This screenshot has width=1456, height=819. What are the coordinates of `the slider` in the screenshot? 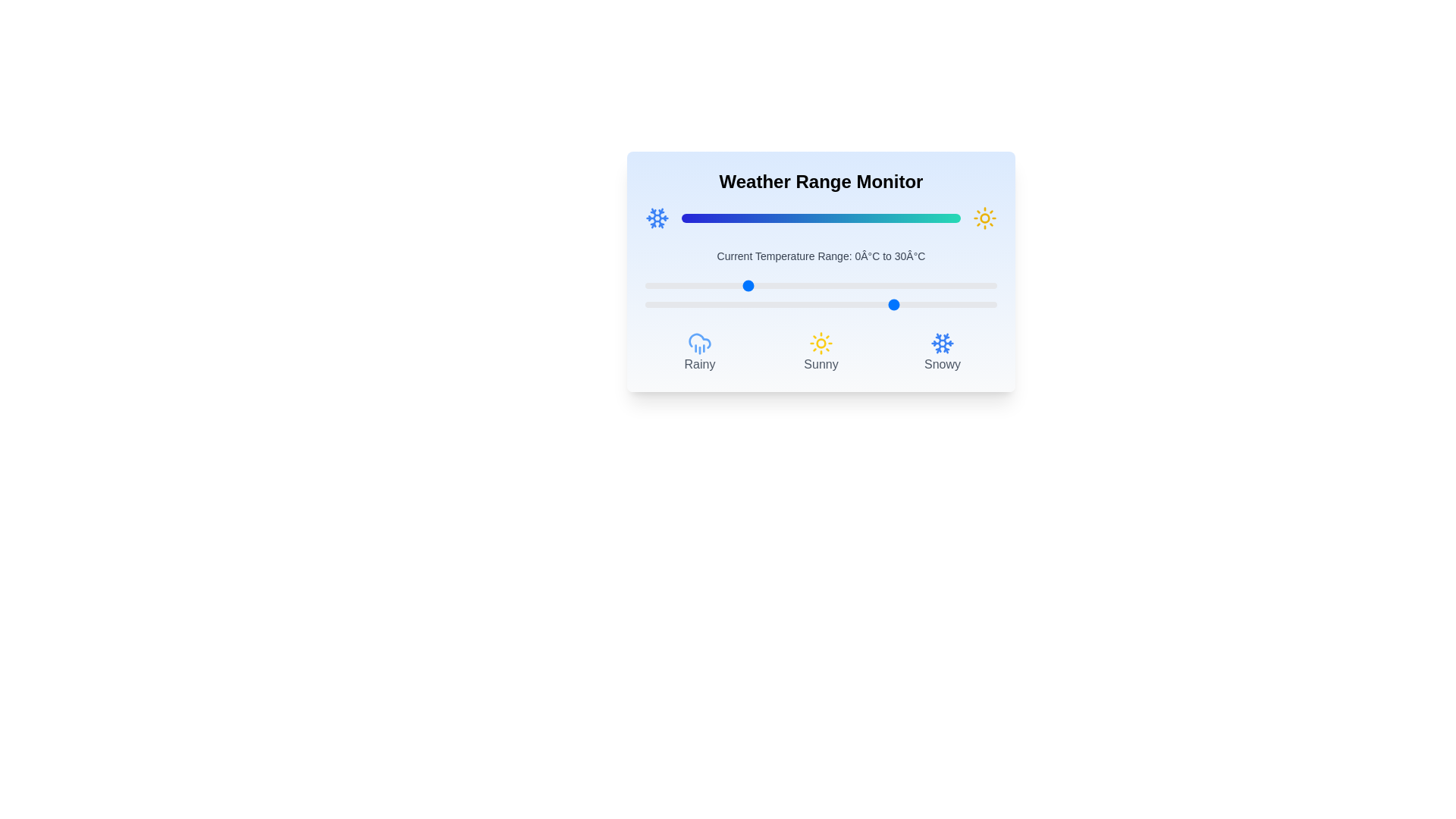 It's located at (660, 286).